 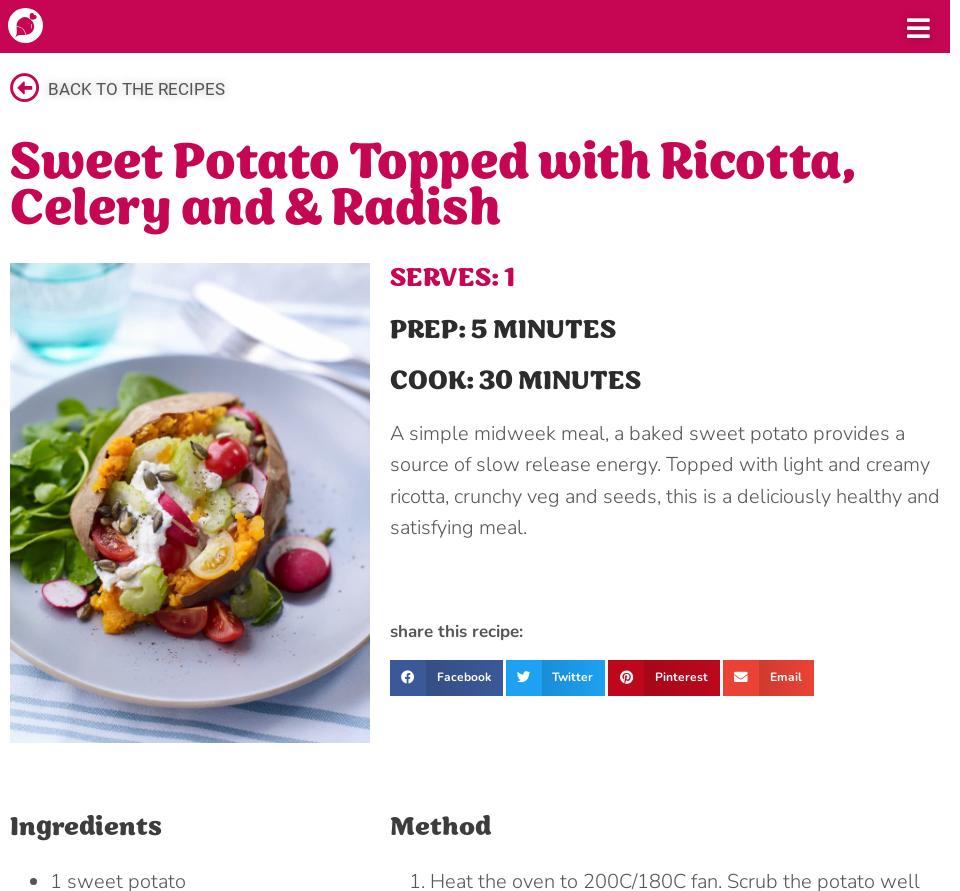 What do you see at coordinates (681, 675) in the screenshot?
I see `'Pinterest'` at bounding box center [681, 675].